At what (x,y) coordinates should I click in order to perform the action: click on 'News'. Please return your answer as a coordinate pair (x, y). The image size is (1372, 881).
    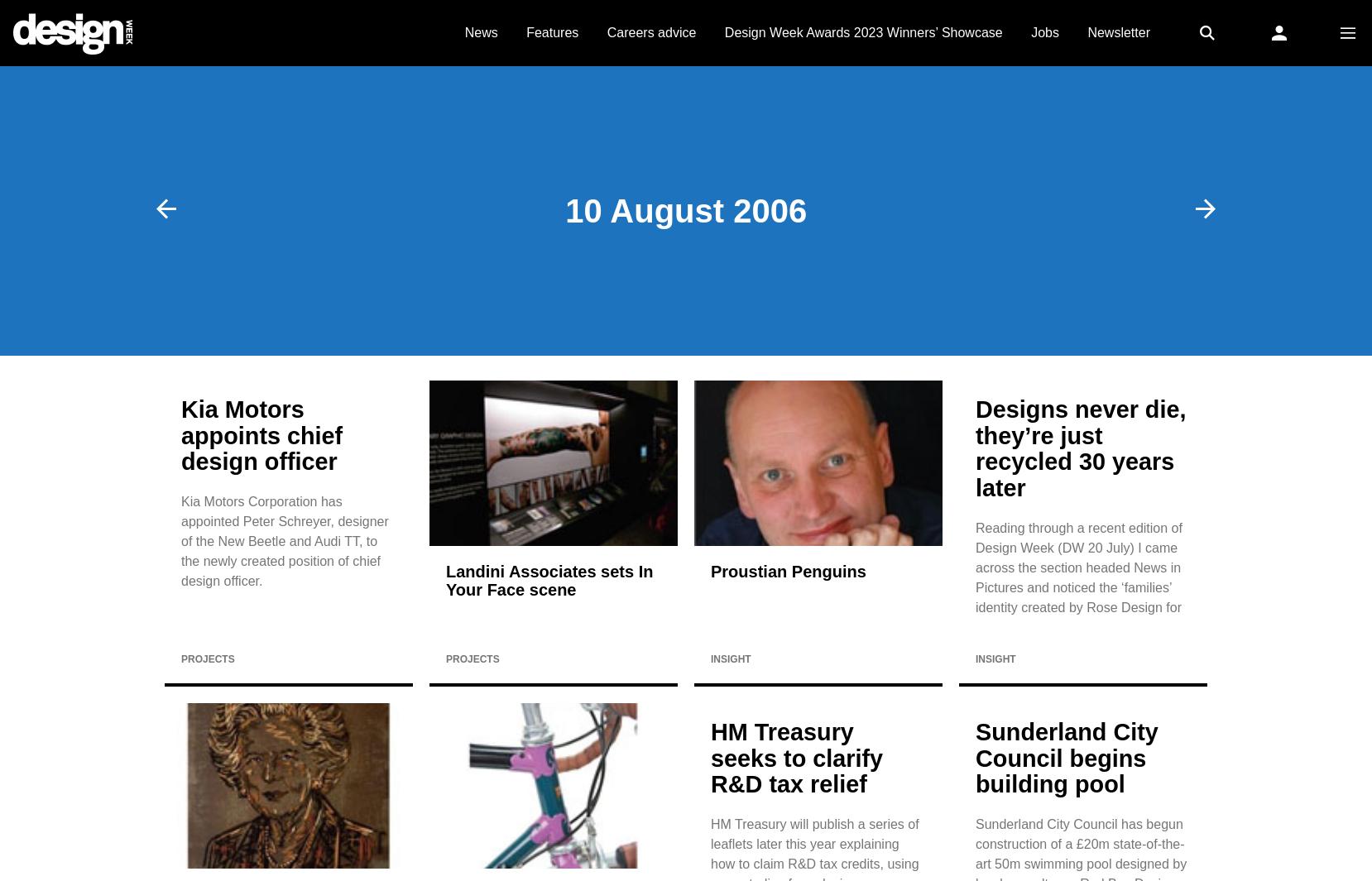
    Looking at the image, I should click on (479, 31).